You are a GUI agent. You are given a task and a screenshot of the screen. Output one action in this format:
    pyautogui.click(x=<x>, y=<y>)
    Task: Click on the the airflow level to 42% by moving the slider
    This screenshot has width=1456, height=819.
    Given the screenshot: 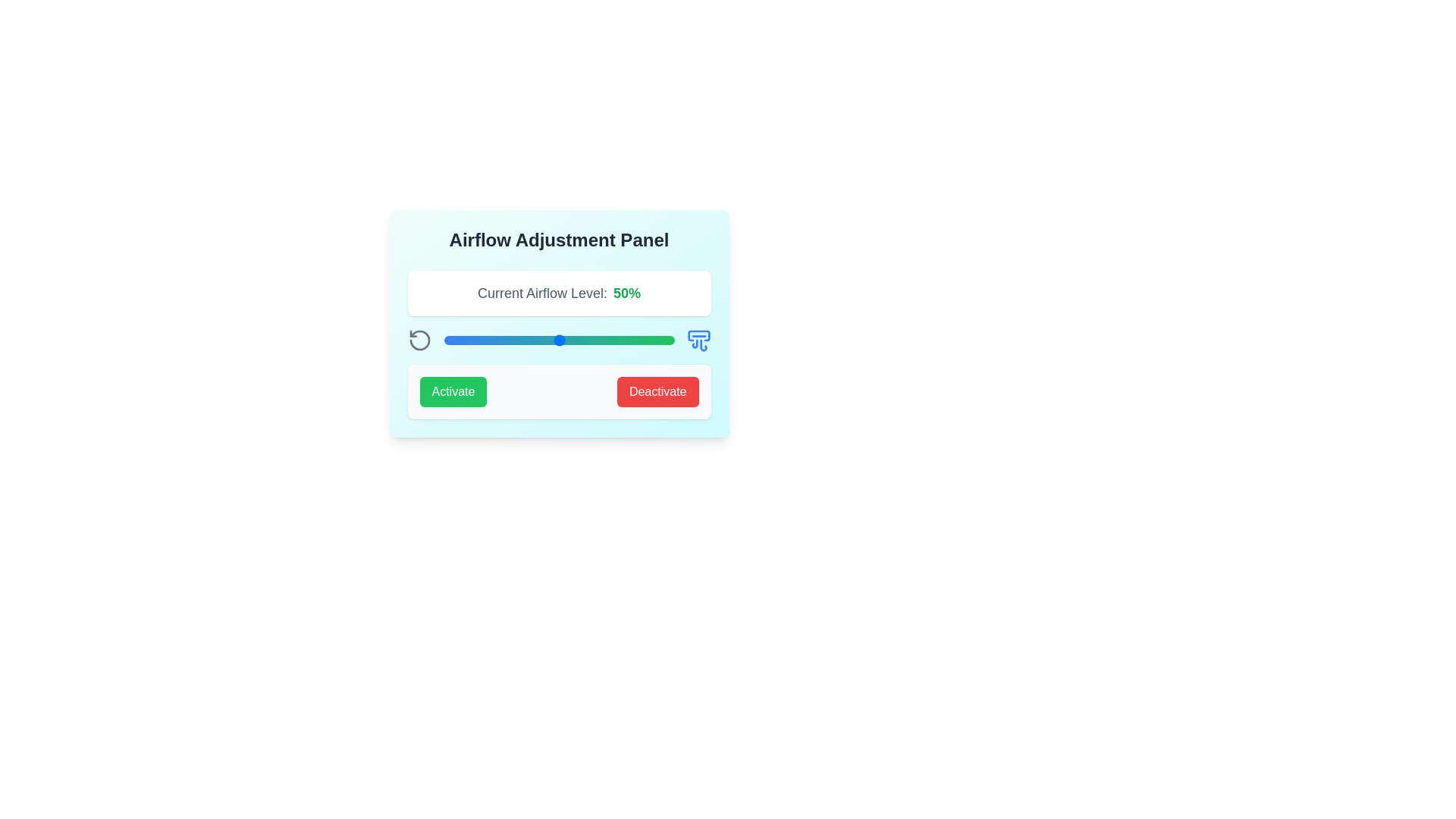 What is the action you would take?
    pyautogui.click(x=541, y=339)
    